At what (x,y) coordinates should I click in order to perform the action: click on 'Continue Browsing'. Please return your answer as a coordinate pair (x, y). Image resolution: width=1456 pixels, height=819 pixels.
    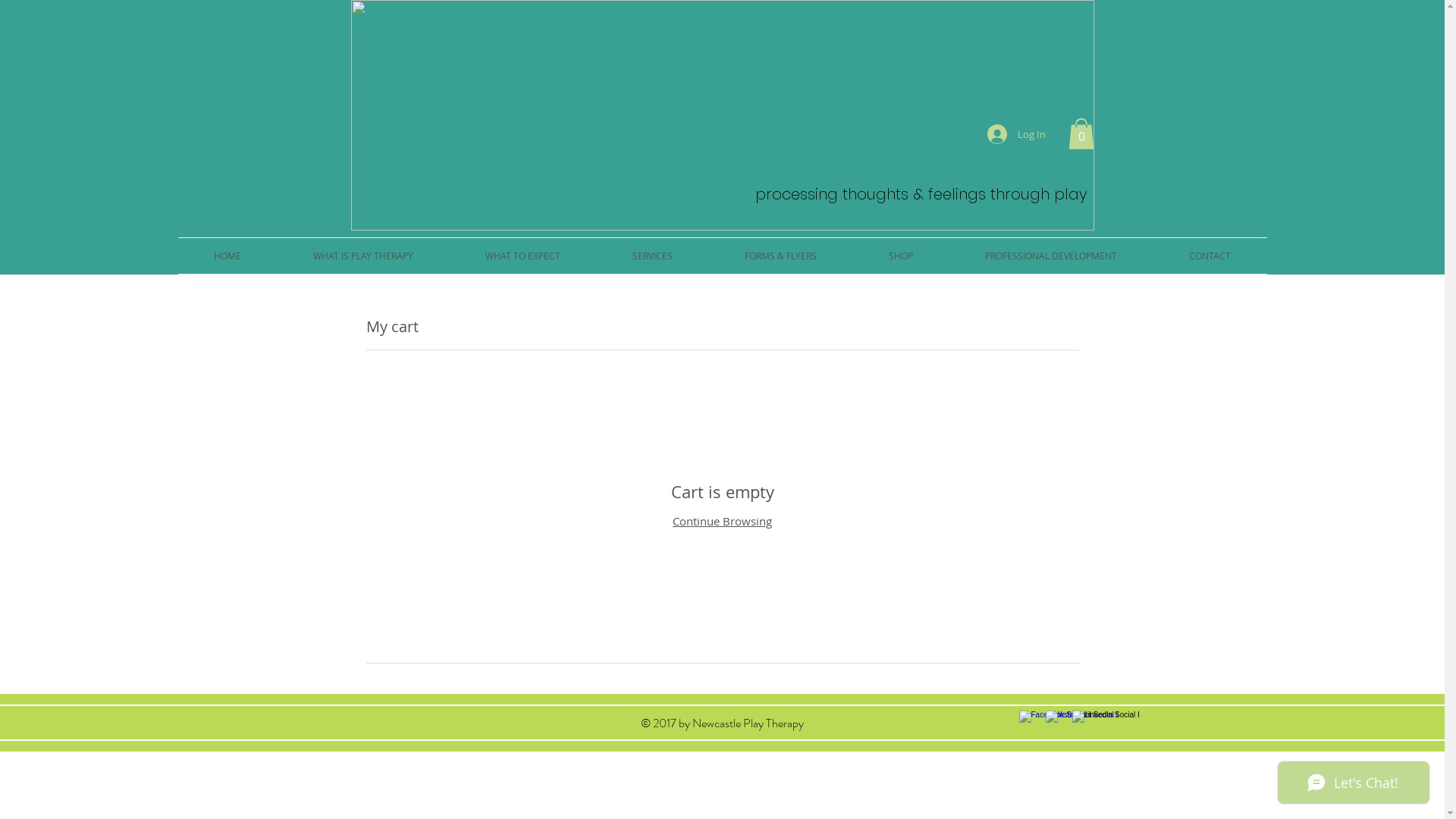
    Looking at the image, I should click on (721, 519).